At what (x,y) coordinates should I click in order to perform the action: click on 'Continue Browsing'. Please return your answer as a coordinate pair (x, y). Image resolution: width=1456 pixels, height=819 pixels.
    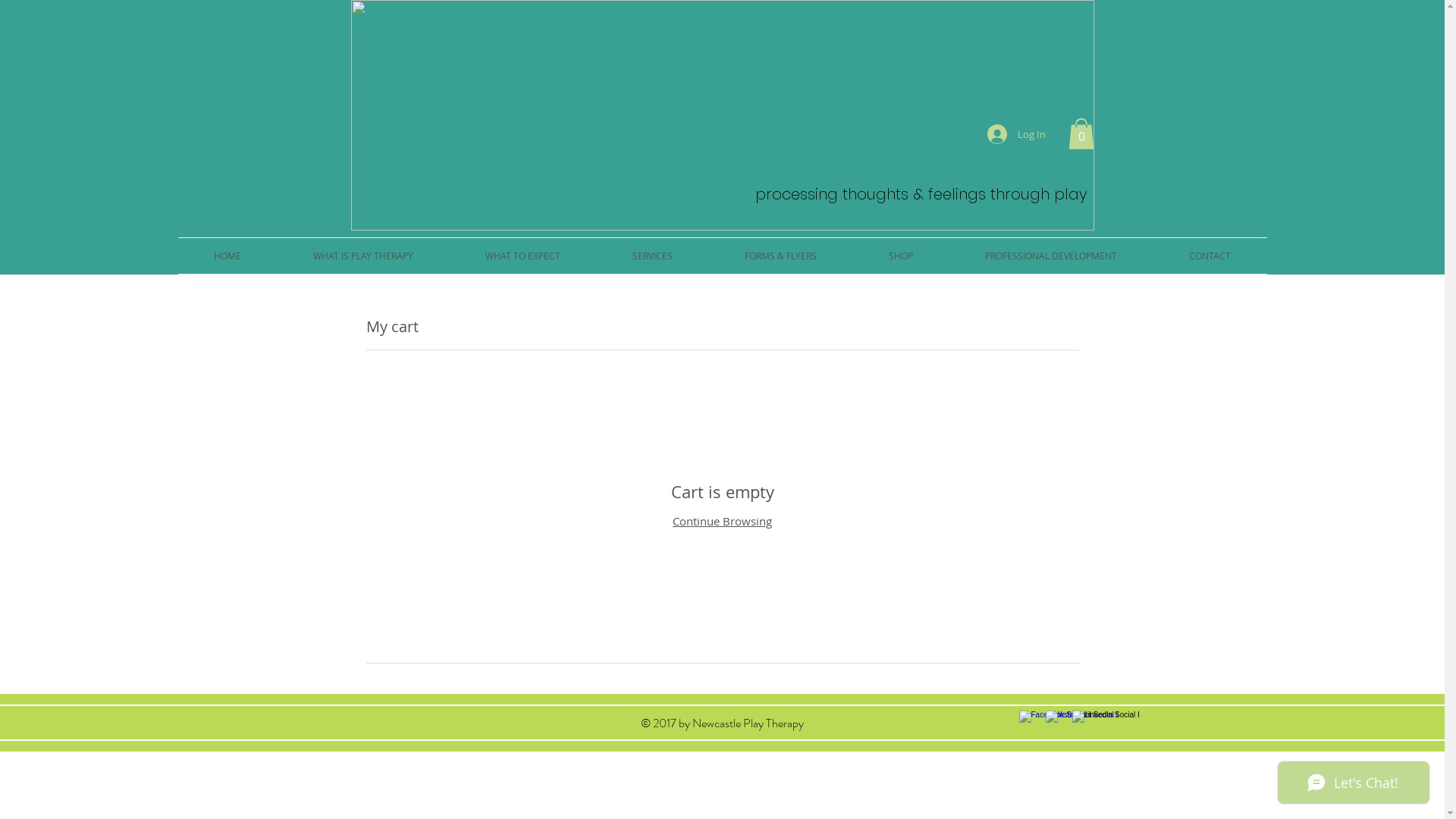
    Looking at the image, I should click on (721, 519).